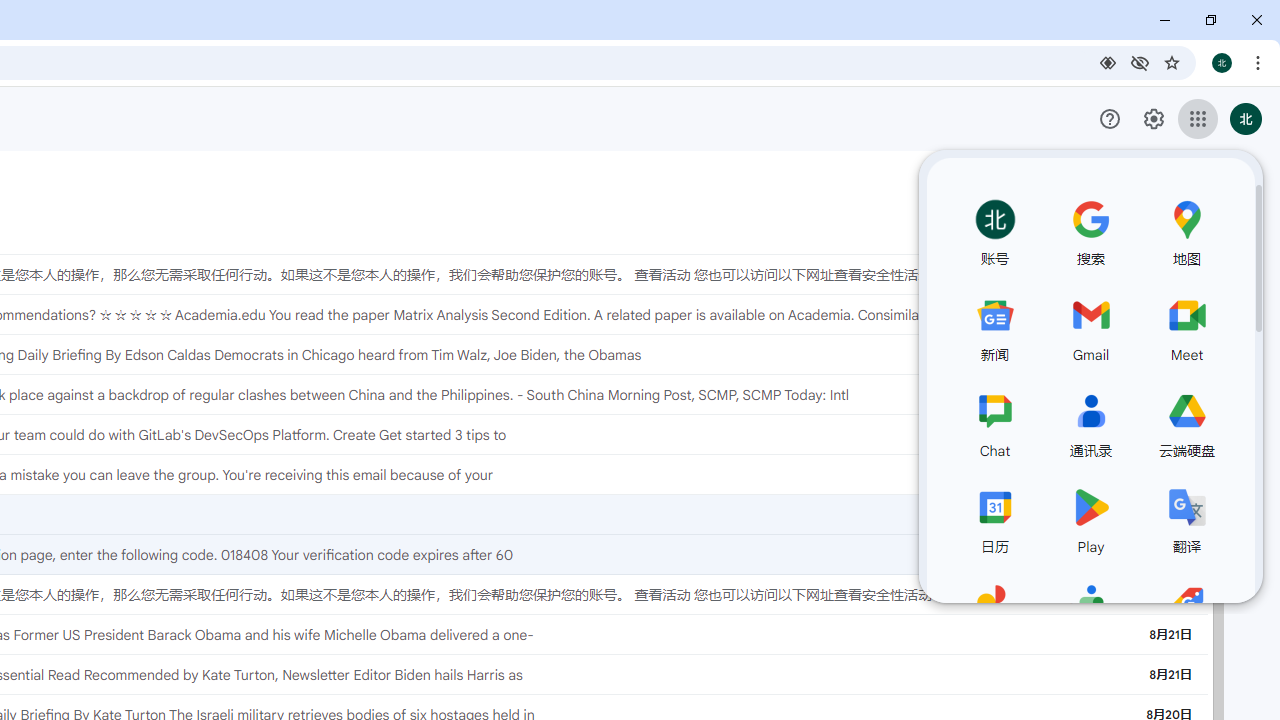 This screenshot has width=1280, height=720. I want to click on 'Chrome', so click(1259, 61).